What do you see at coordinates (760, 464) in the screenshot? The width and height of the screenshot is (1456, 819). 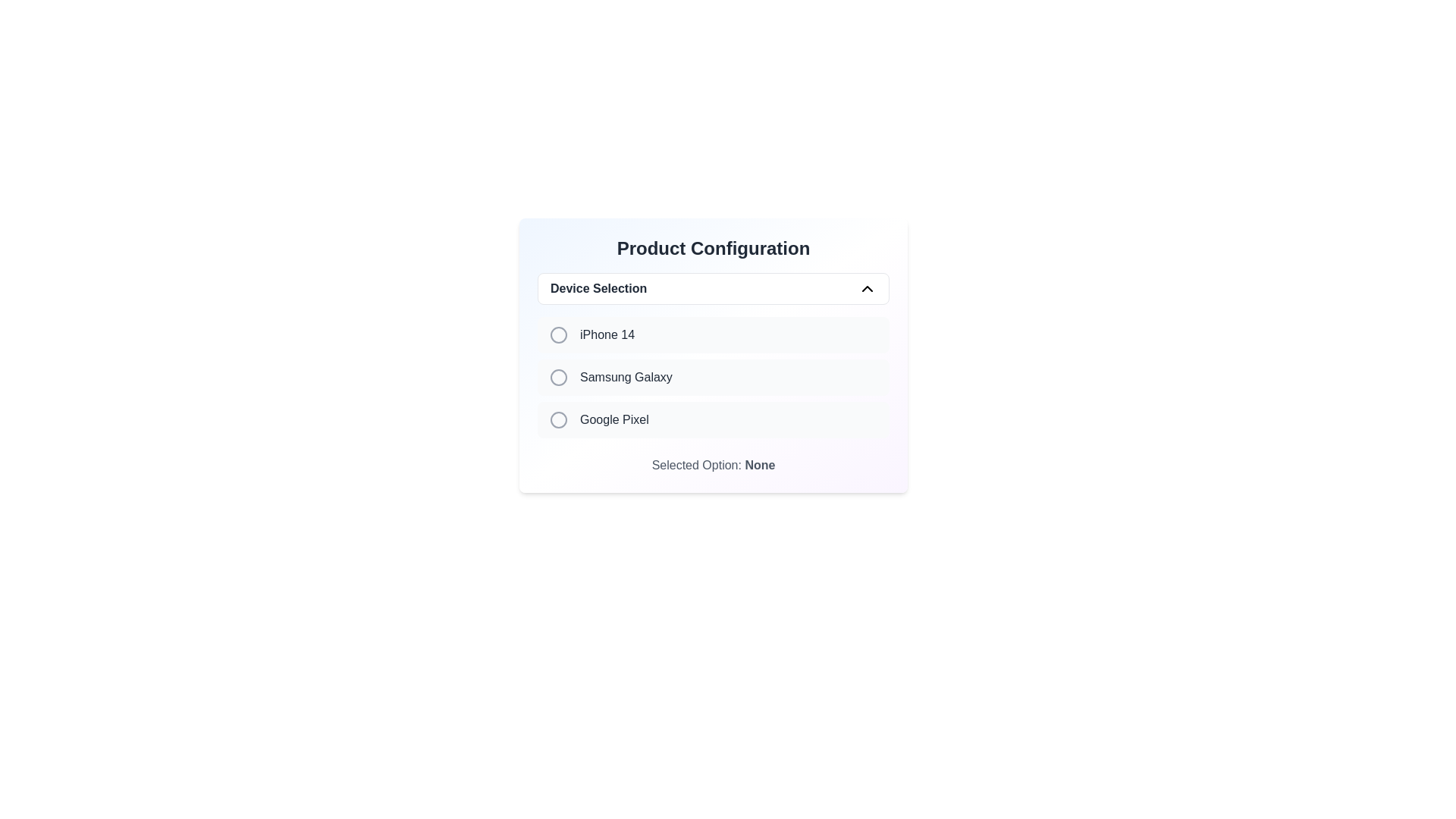 I see `the text label that indicates the current selection status, which is positioned to the right of 'Selected Option:'` at bounding box center [760, 464].